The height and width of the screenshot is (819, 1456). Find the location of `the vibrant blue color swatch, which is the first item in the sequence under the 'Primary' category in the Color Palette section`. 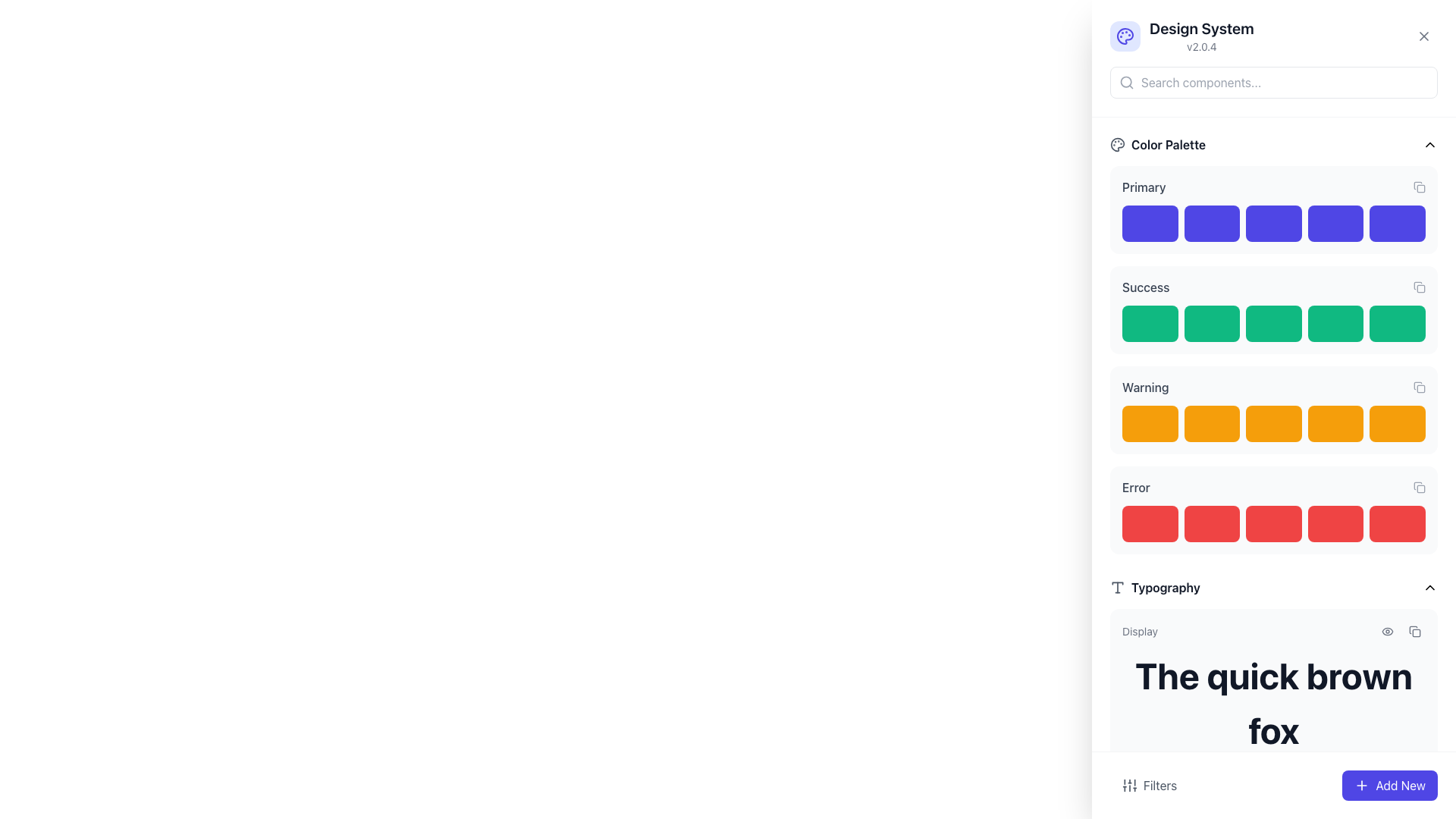

the vibrant blue color swatch, which is the first item in the sequence under the 'Primary' category in the Color Palette section is located at coordinates (1150, 223).